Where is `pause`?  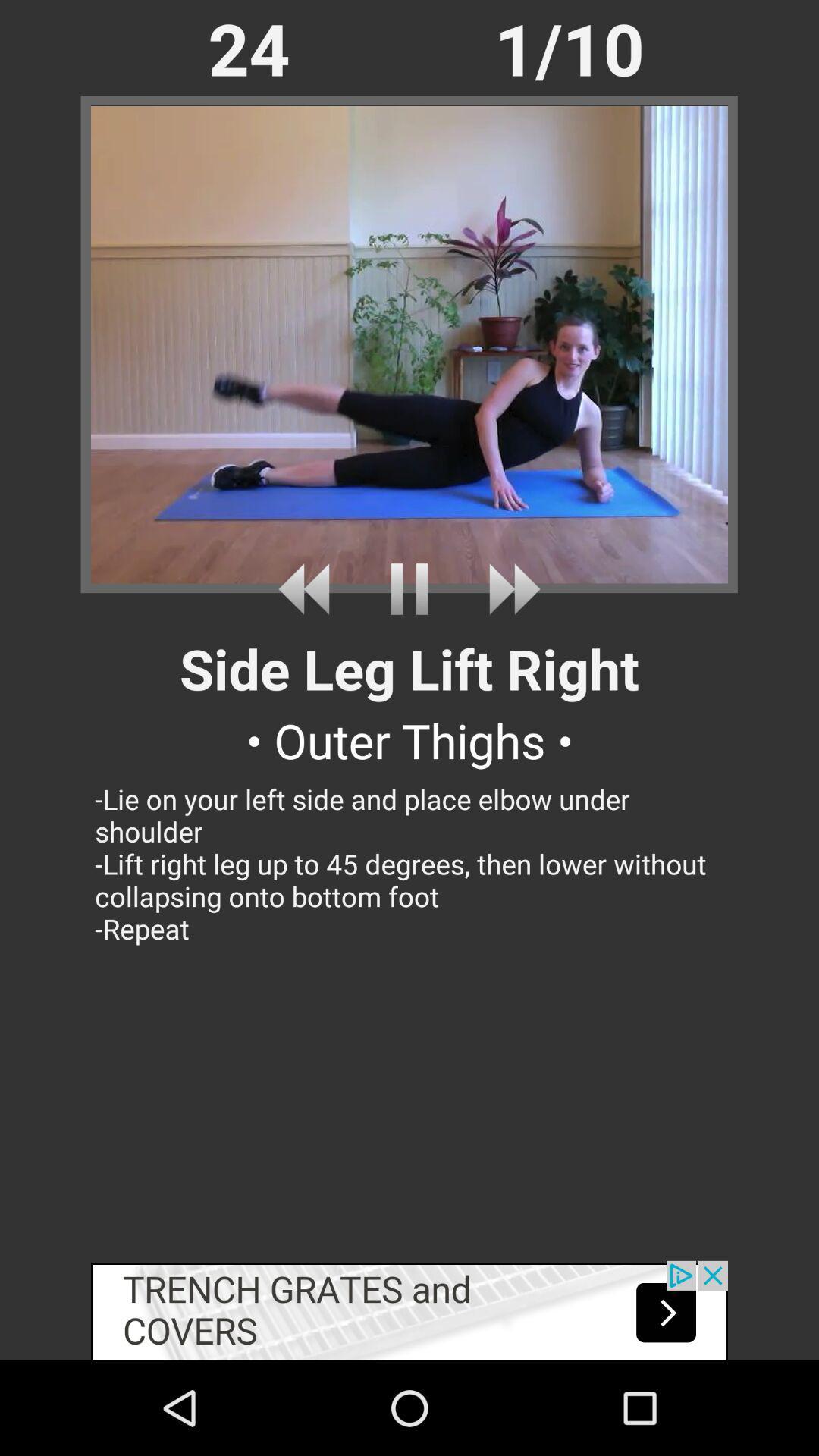
pause is located at coordinates (409, 588).